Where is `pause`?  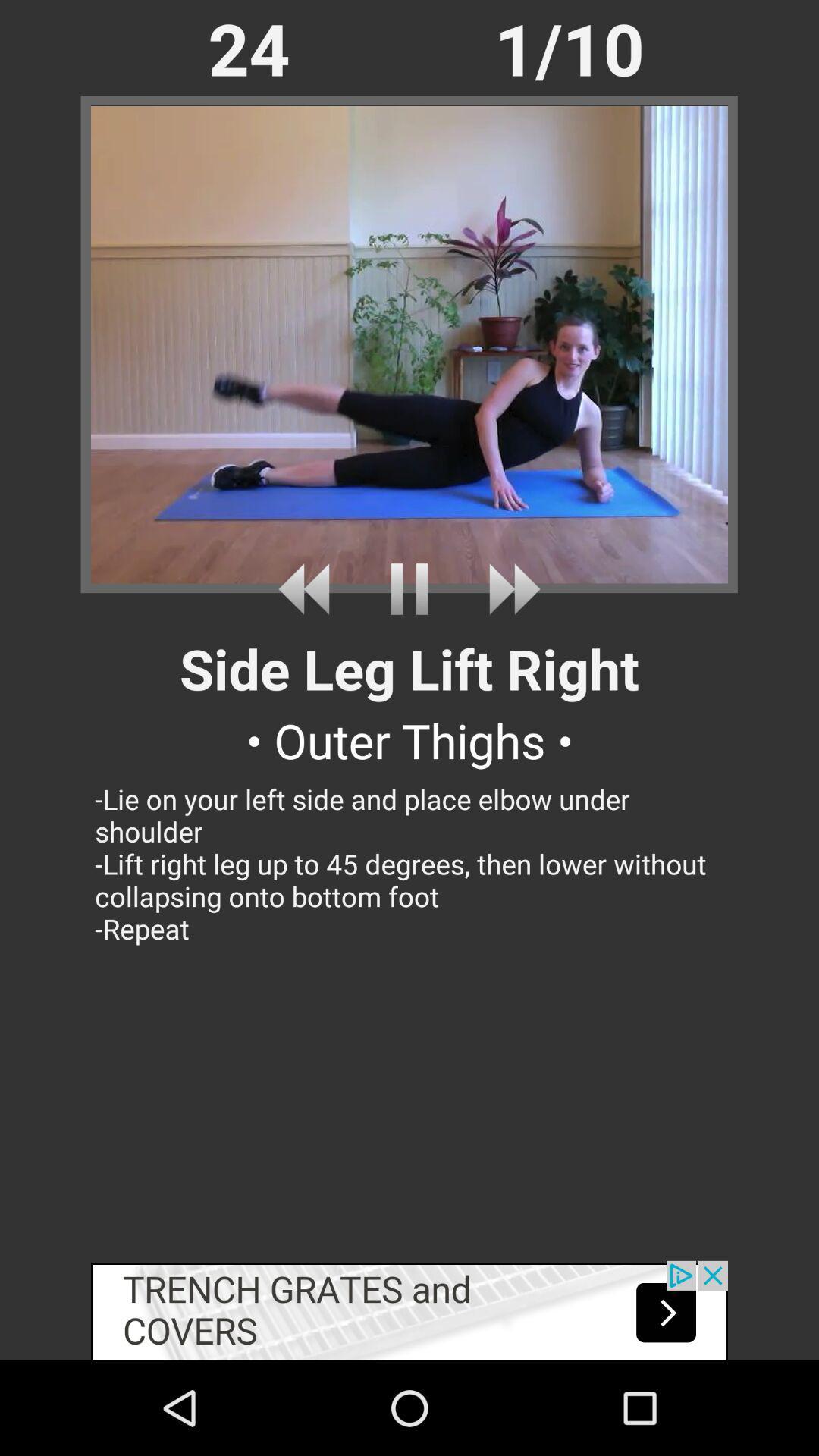
pause is located at coordinates (409, 588).